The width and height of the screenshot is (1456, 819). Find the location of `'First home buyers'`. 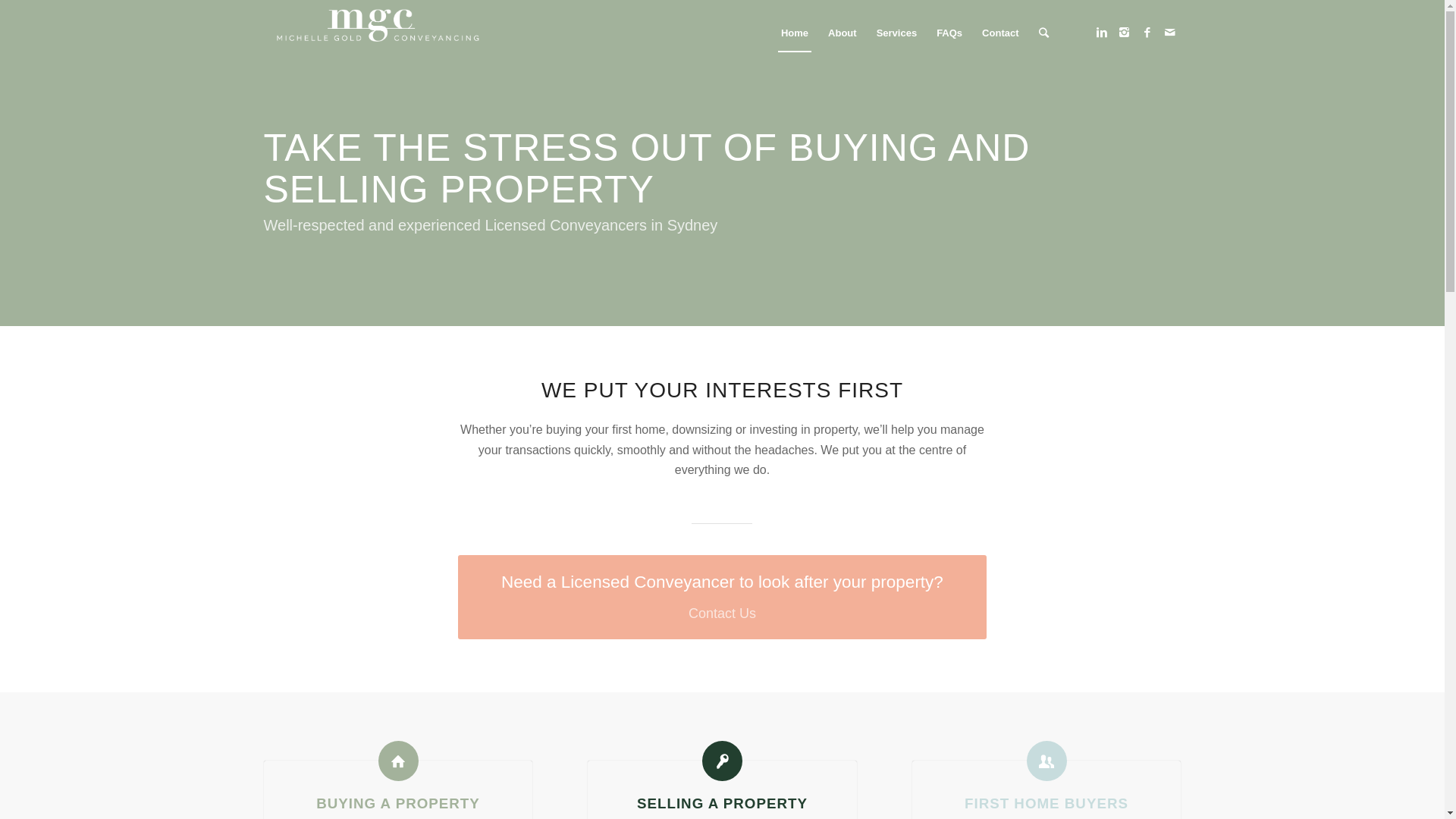

'First home buyers' is located at coordinates (1046, 761).